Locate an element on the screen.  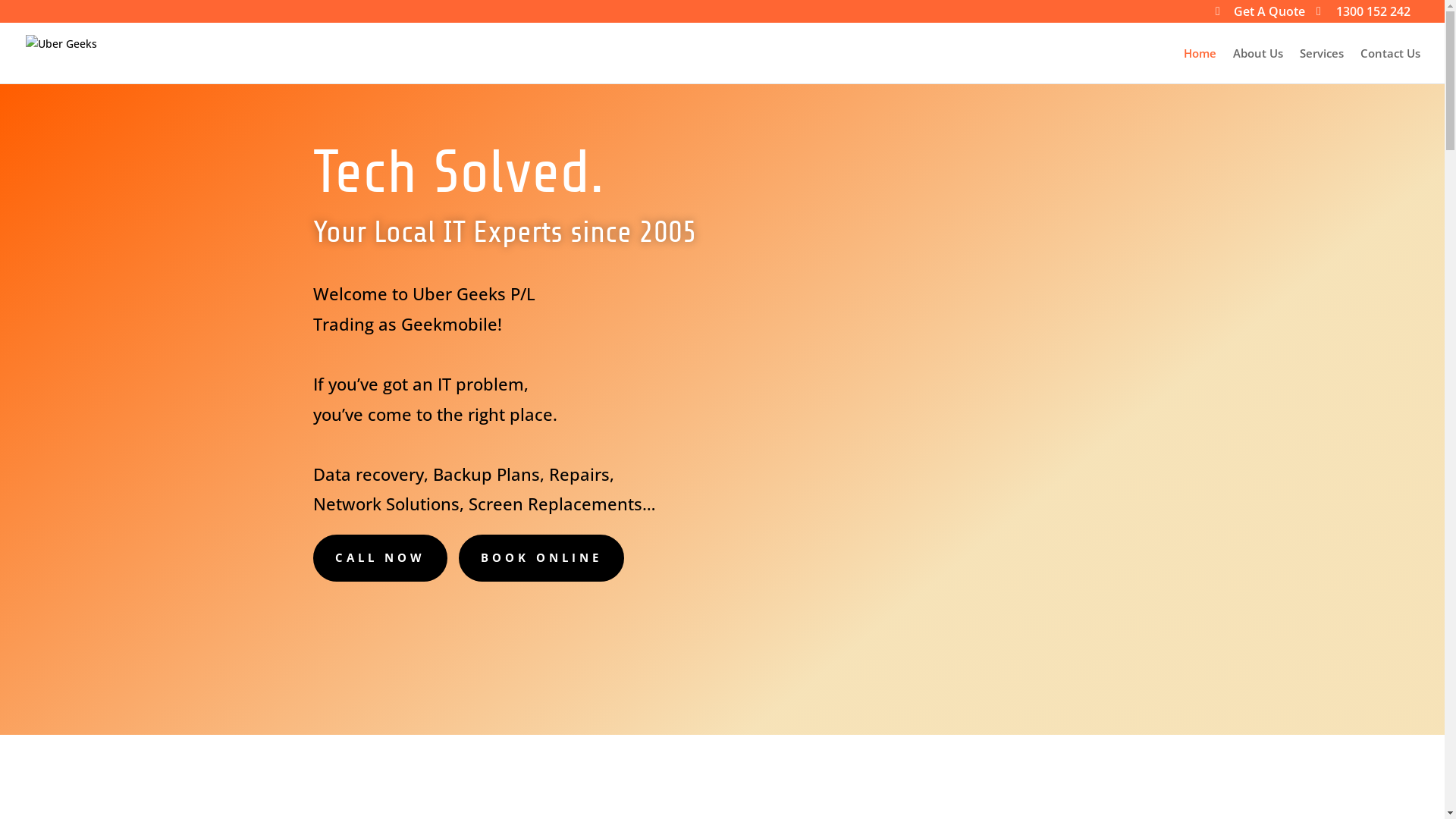
'BOOK ONLINE' is located at coordinates (541, 558).